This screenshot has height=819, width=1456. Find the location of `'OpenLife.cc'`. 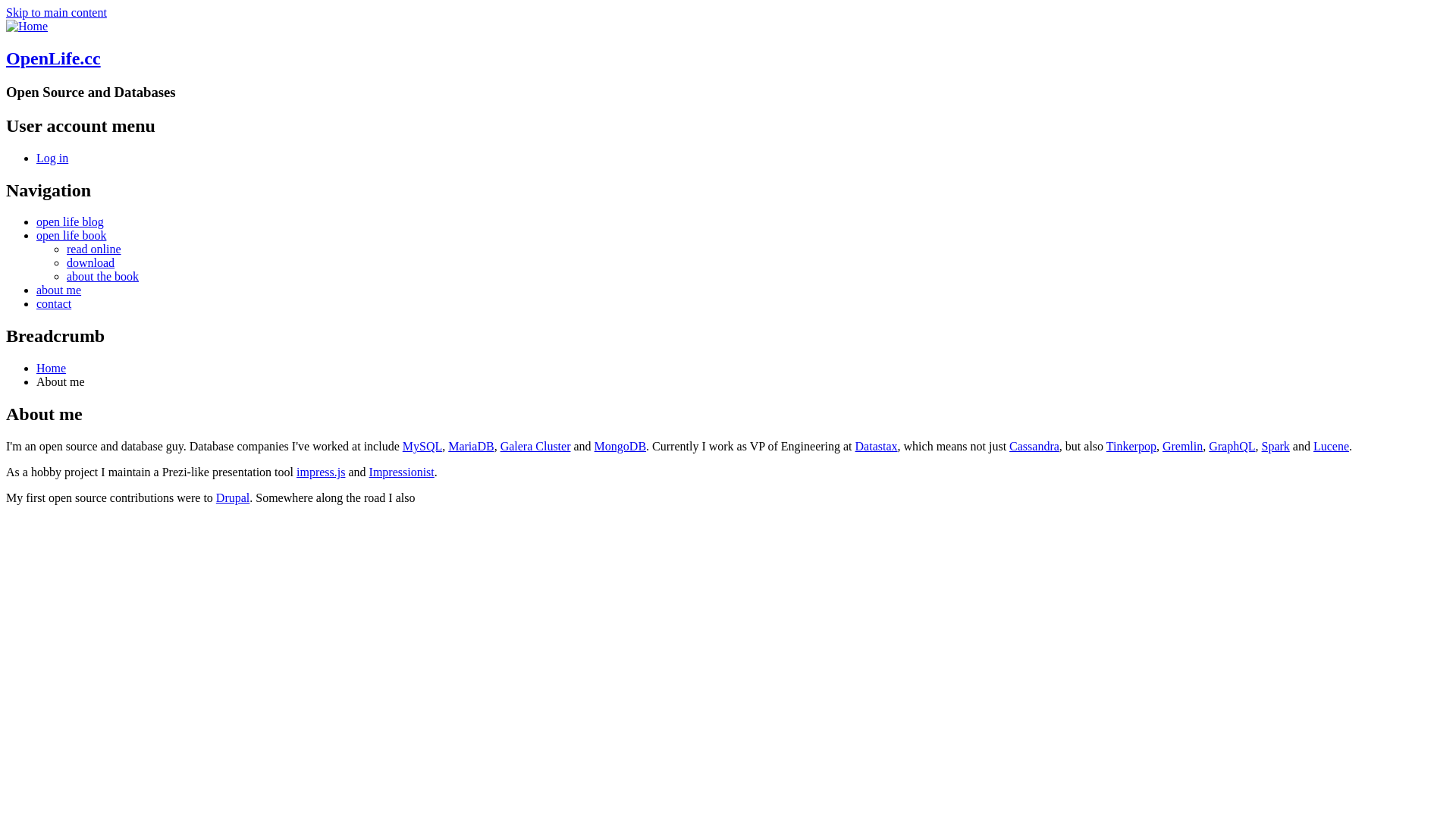

'OpenLife.cc' is located at coordinates (6, 58).